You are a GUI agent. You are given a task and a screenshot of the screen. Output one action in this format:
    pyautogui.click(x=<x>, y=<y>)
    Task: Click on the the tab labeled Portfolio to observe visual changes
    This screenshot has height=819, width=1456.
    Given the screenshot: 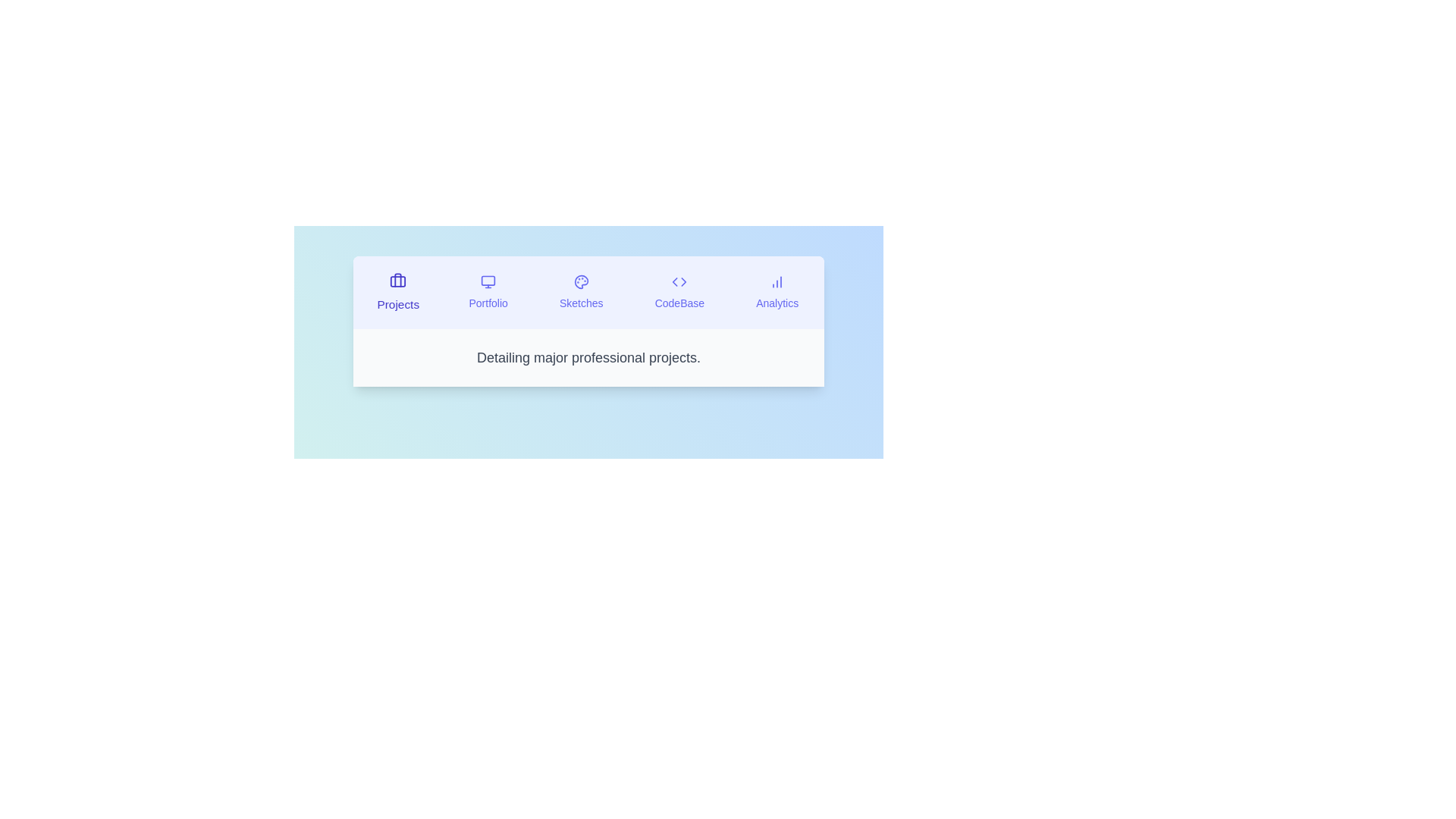 What is the action you would take?
    pyautogui.click(x=488, y=292)
    